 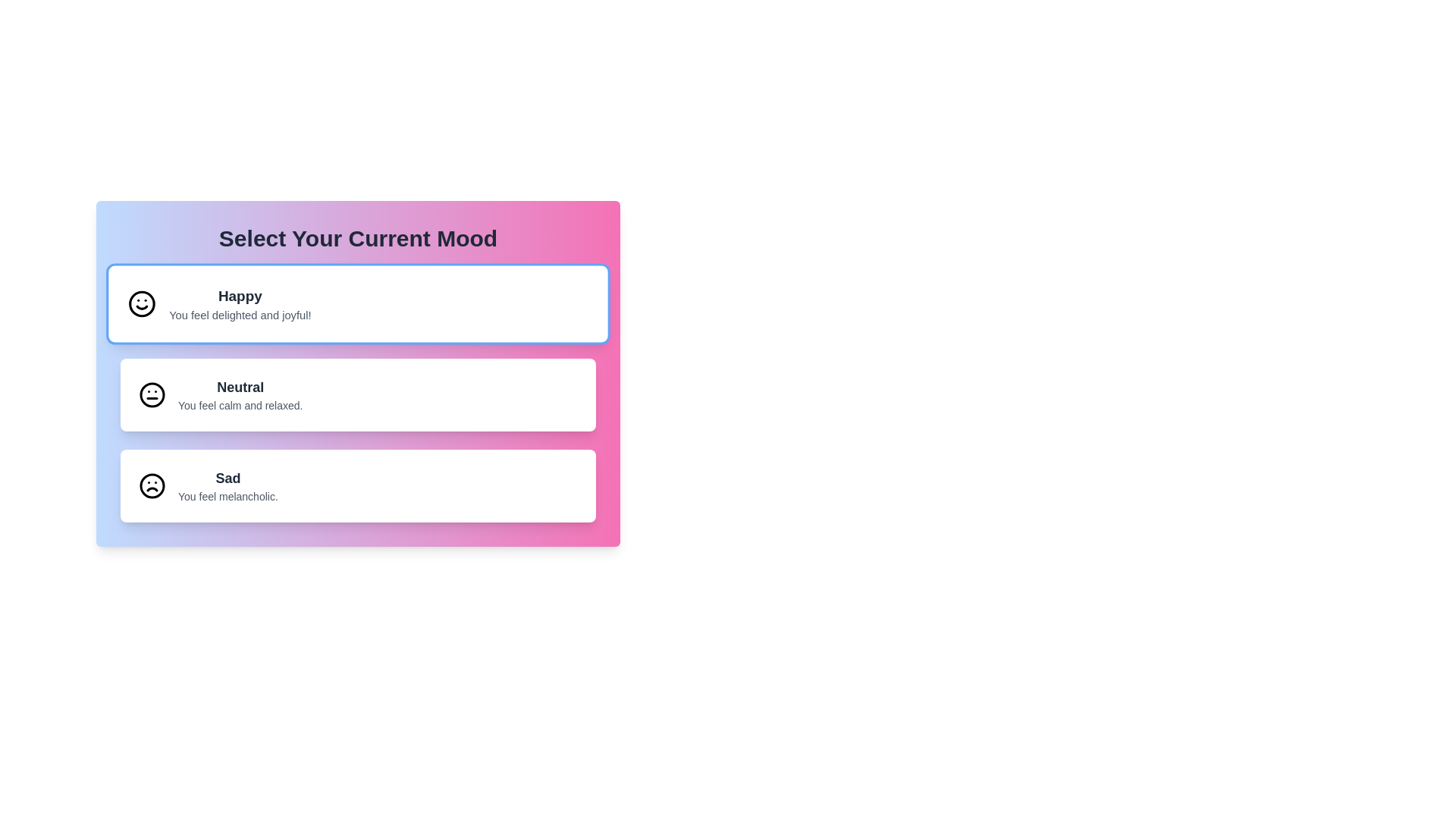 What do you see at coordinates (227, 497) in the screenshot?
I see `the text label that provides additional information about the 'Sad' mood option, located centrally below the title 'Sad'` at bounding box center [227, 497].